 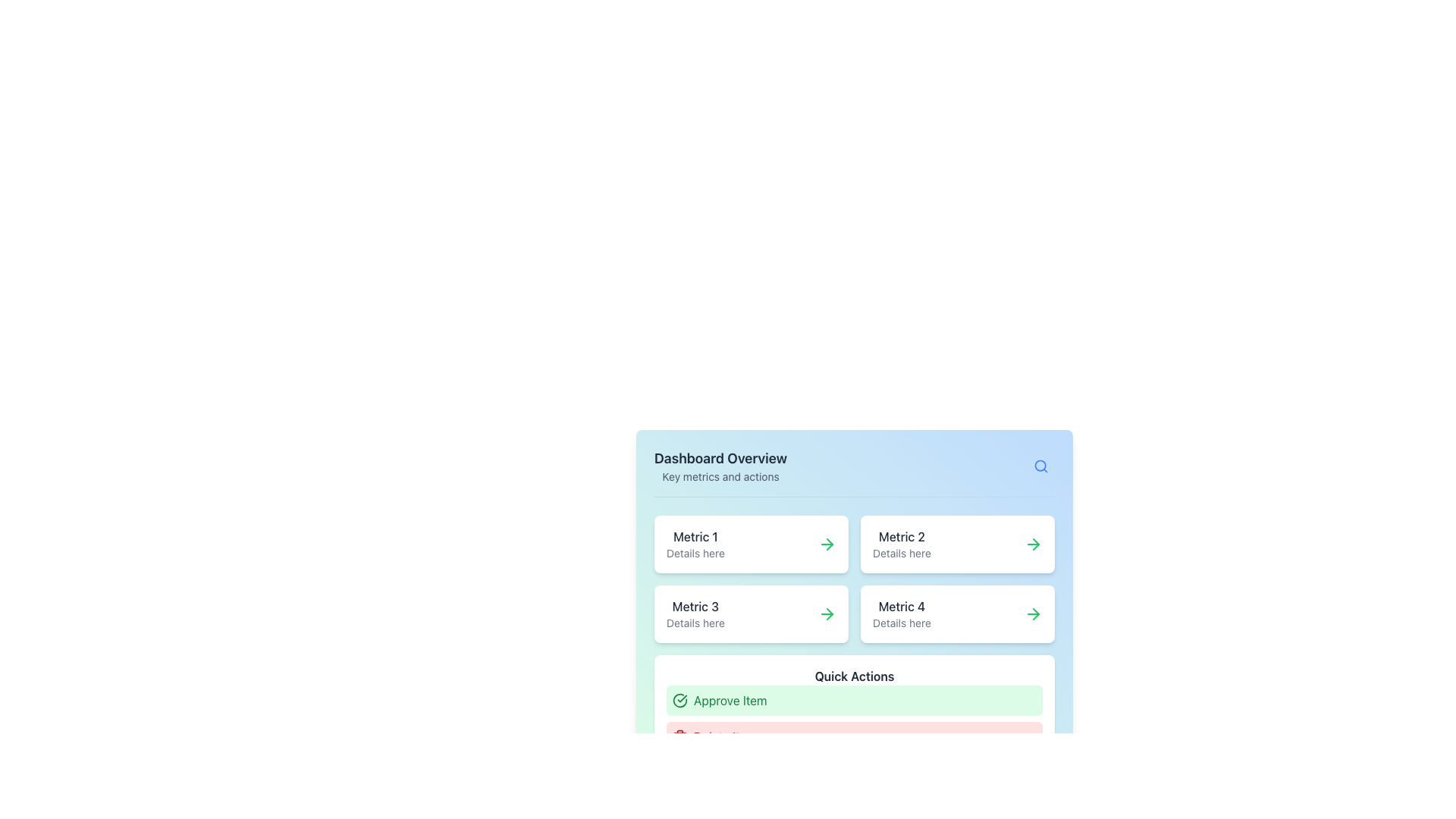 I want to click on the navigation arrow icon located at the far-right side of the 'Metric 1' card, so click(x=826, y=543).